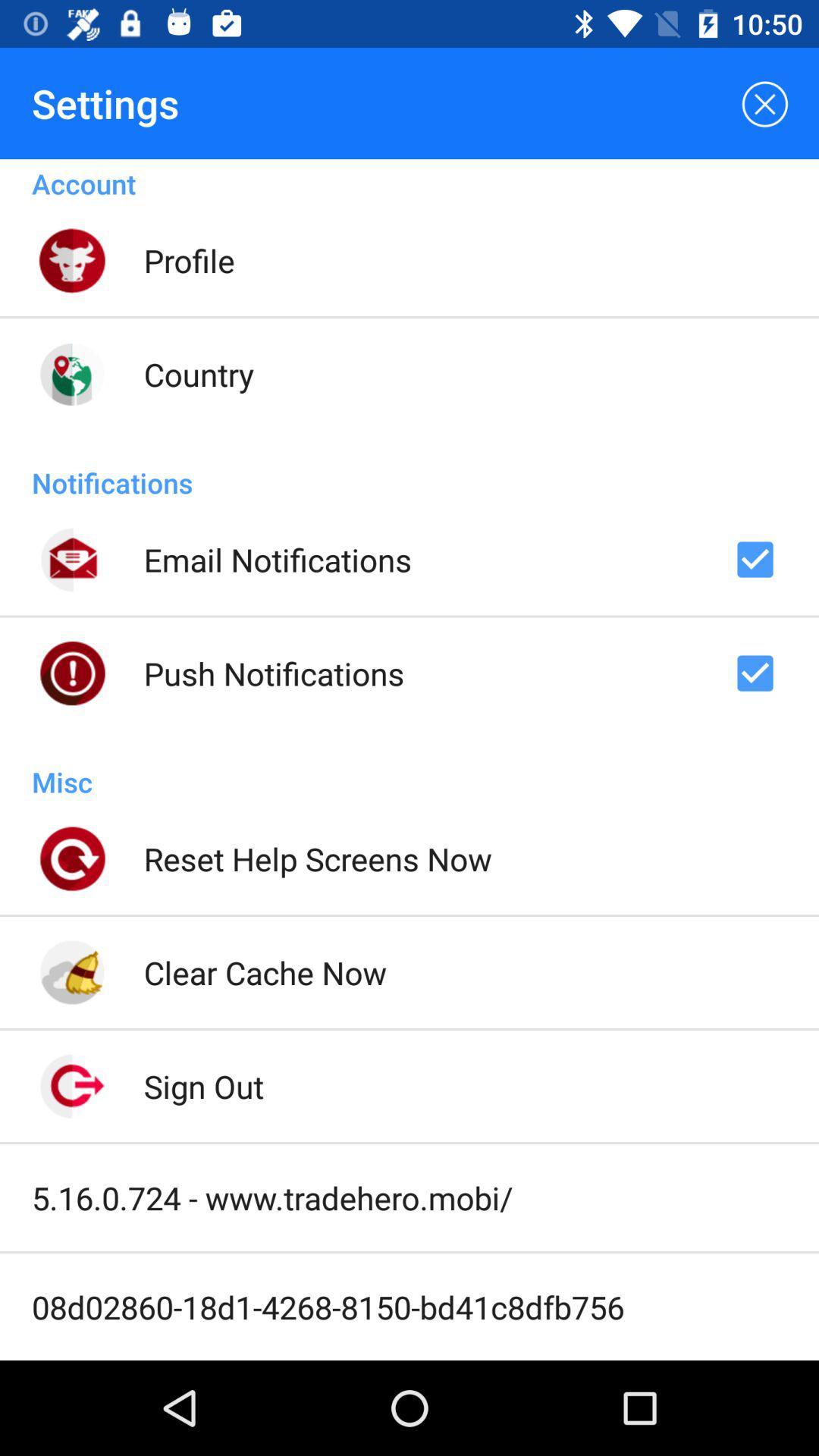 The height and width of the screenshot is (1456, 819). I want to click on icon above the clear cache now, so click(317, 858).